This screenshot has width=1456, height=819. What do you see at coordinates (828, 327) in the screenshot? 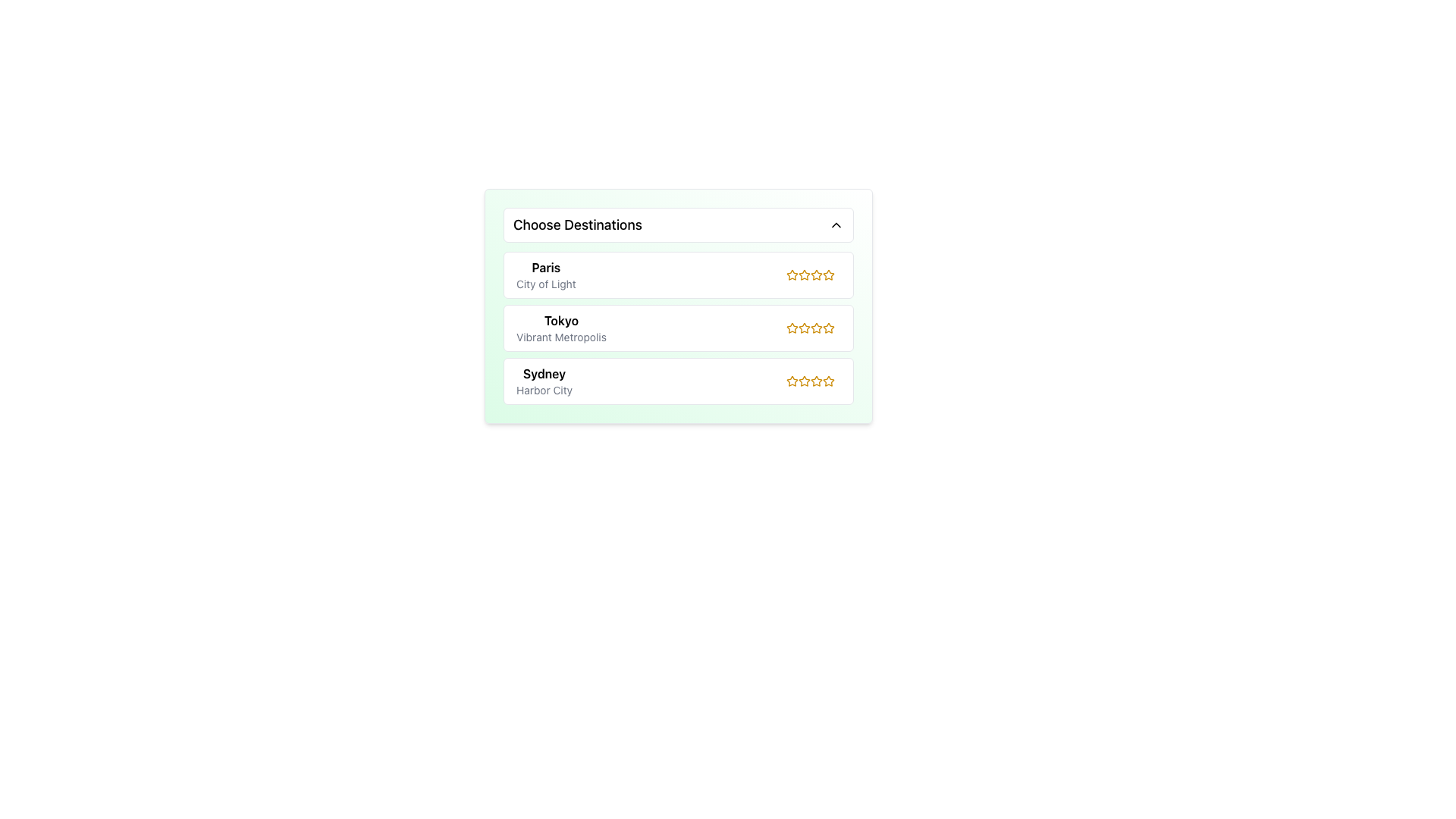
I see `the fifth star-shaped SVG icon with a yellow stroke color in the rating star group for the 'Tokyo' destination to set the rating to five stars` at bounding box center [828, 327].